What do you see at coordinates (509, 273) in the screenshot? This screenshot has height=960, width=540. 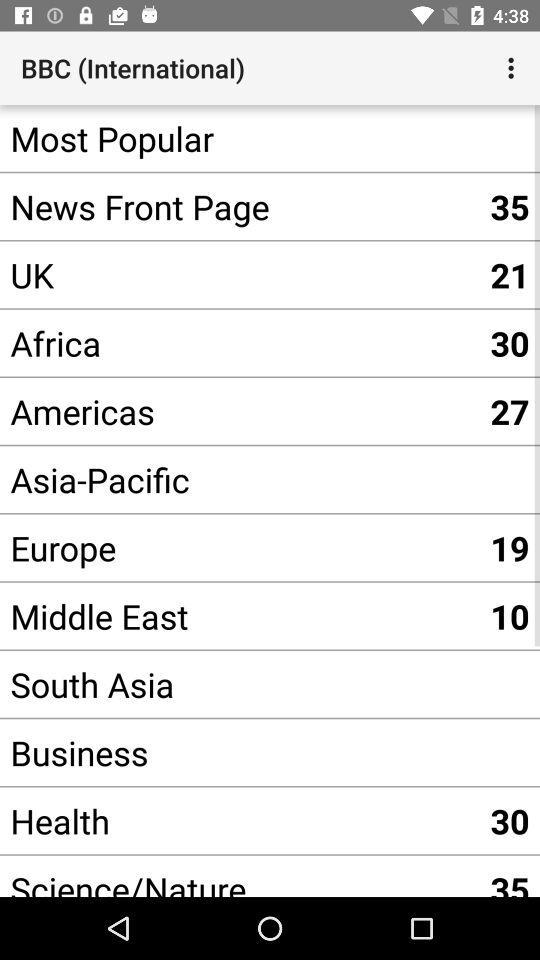 I see `the 21 item` at bounding box center [509, 273].